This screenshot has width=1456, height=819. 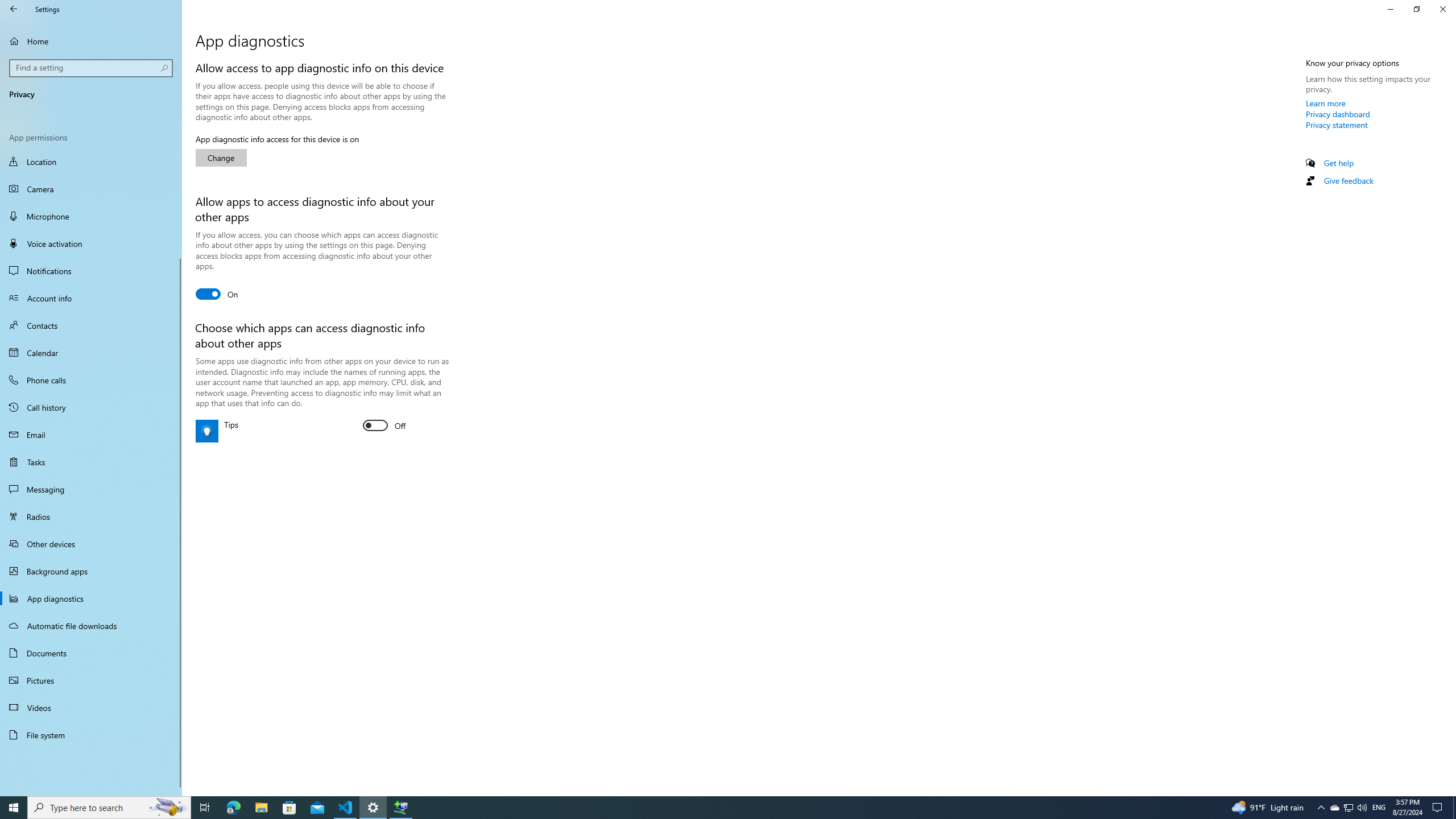 I want to click on 'Microsoft Store', so click(x=289, y=806).